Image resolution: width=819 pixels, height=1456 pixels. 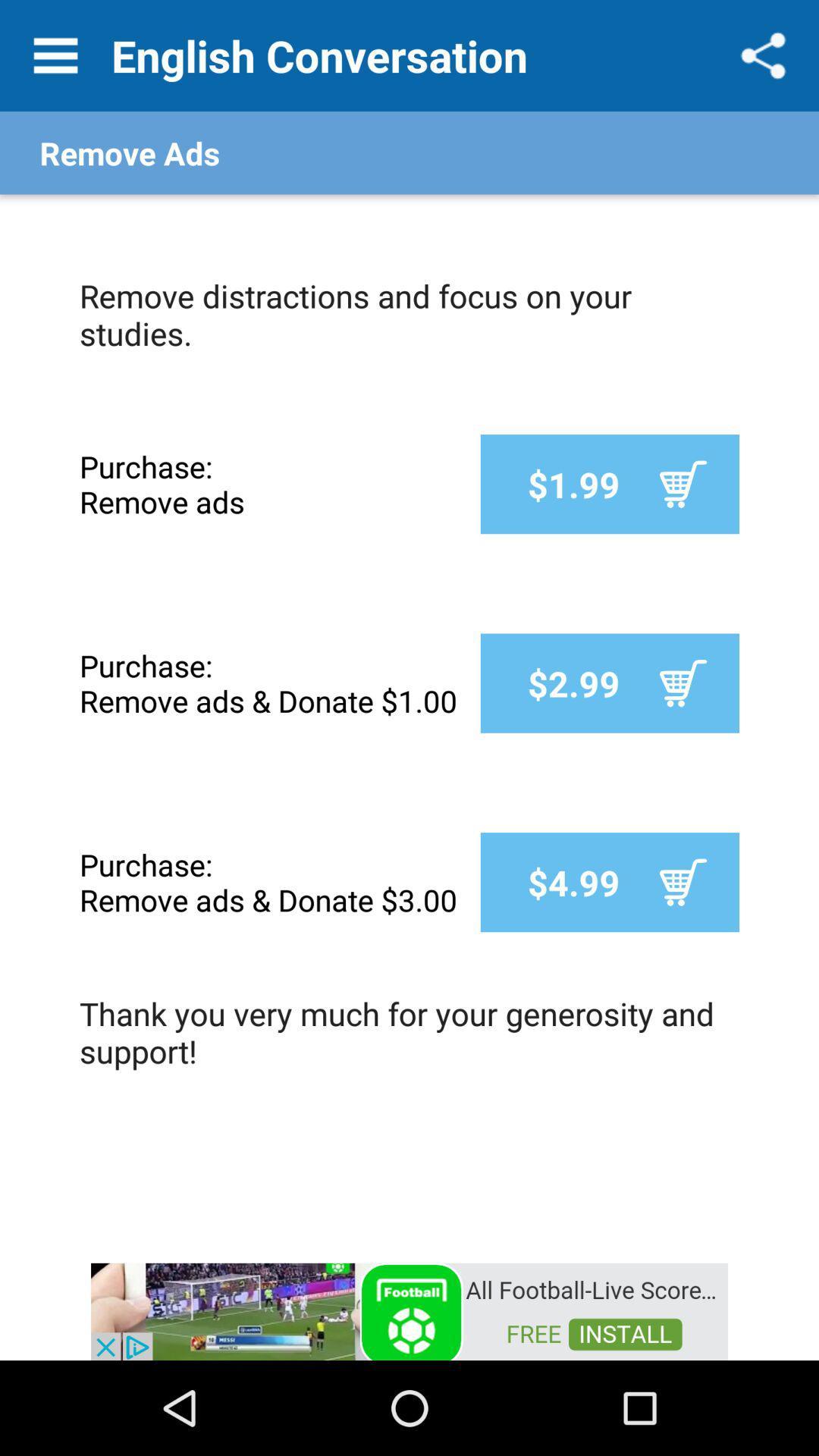 What do you see at coordinates (409, 1310) in the screenshot?
I see `details about advertisement` at bounding box center [409, 1310].